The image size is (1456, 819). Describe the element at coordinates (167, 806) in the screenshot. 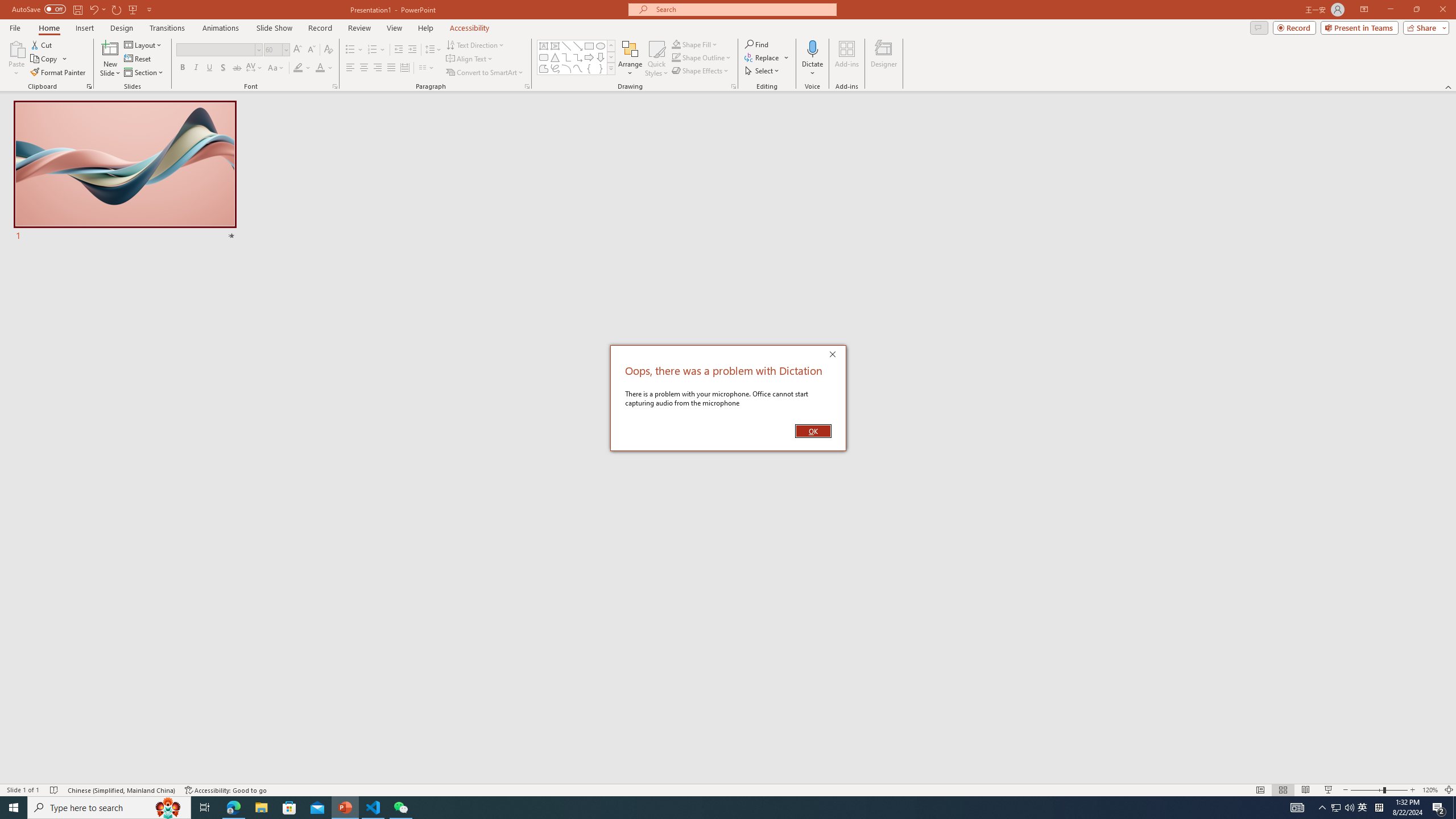

I see `'Search highlights icon opens search home window'` at that location.